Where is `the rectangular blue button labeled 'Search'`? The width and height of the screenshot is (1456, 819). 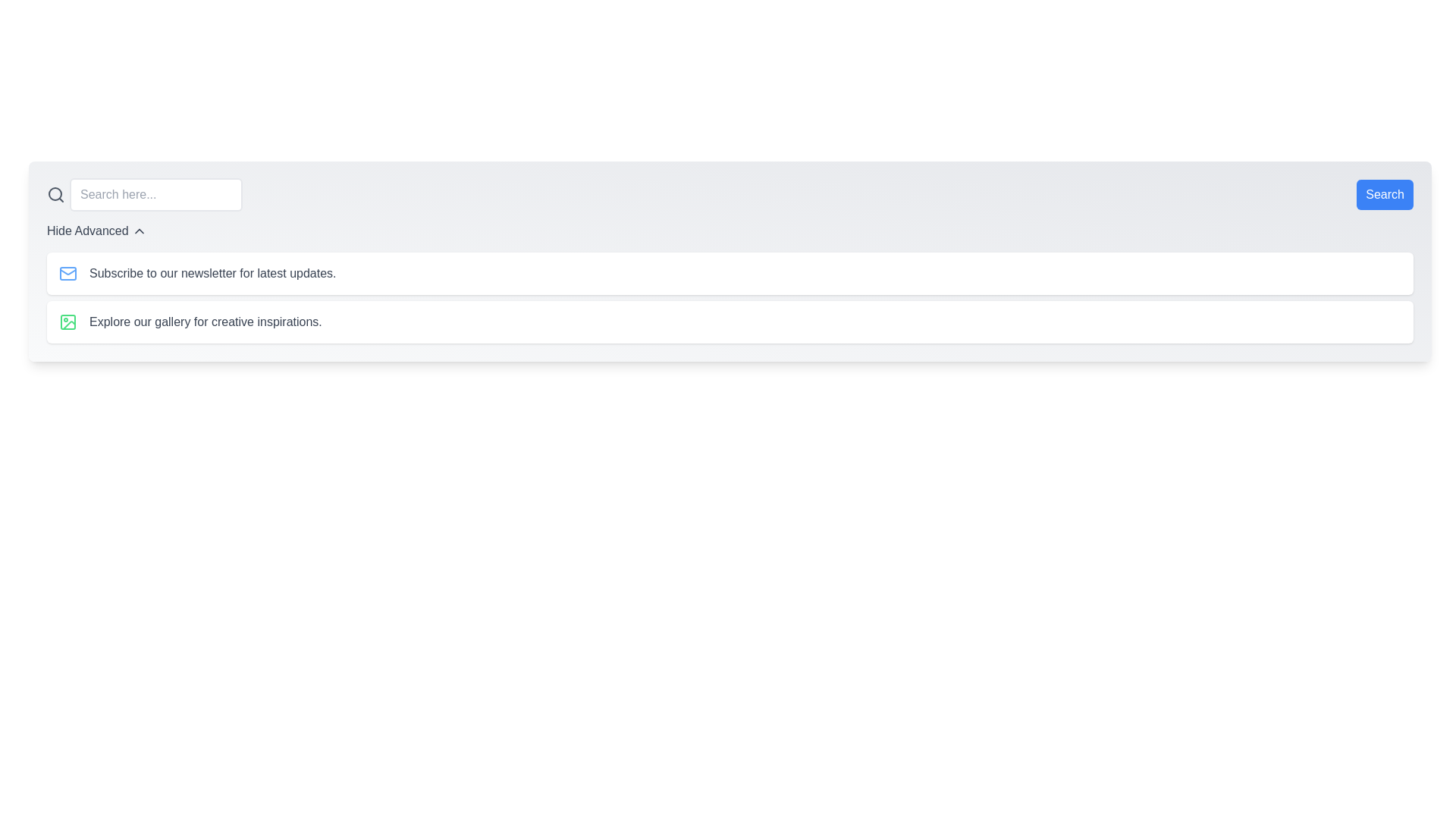 the rectangular blue button labeled 'Search' is located at coordinates (1385, 194).